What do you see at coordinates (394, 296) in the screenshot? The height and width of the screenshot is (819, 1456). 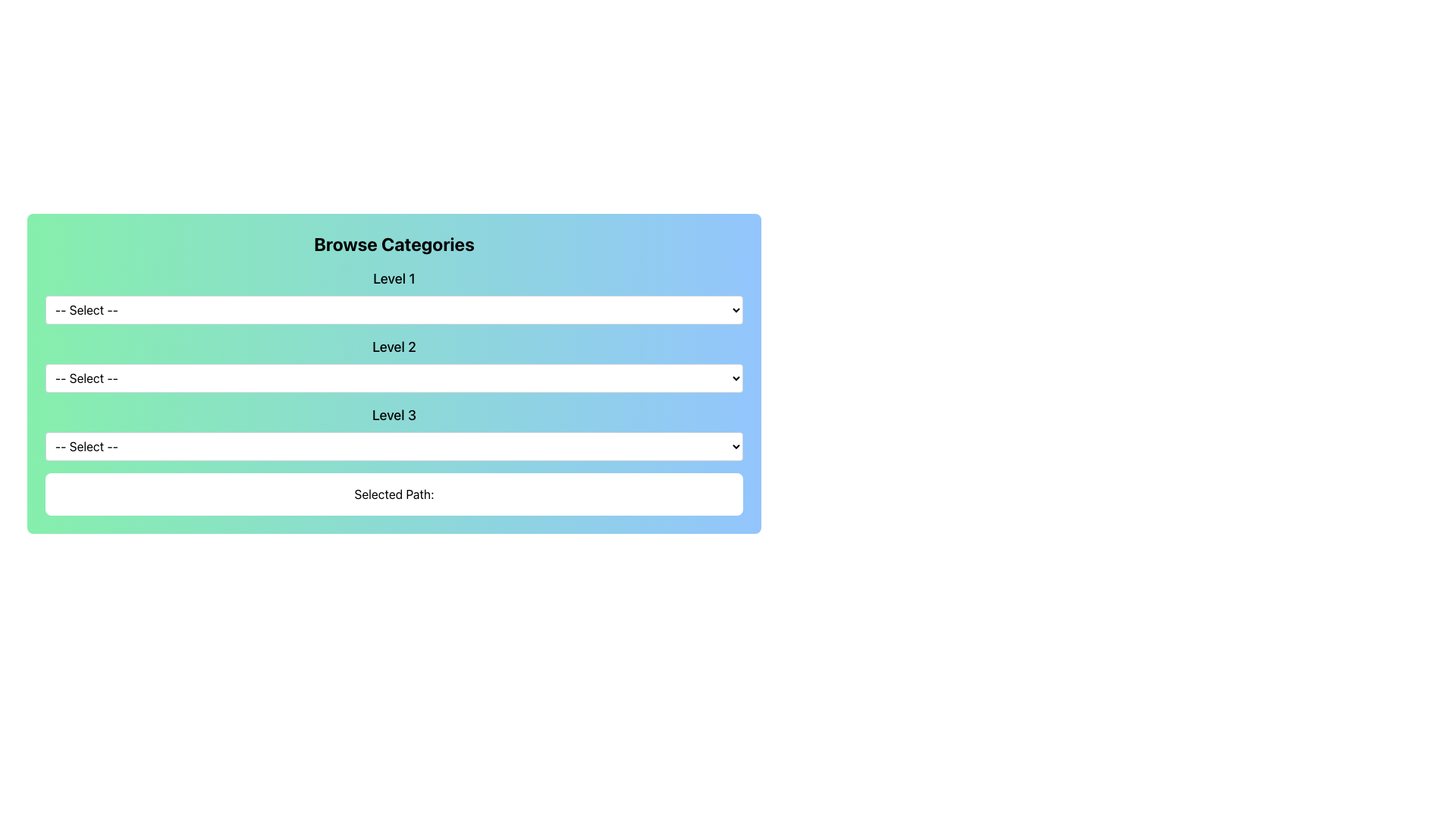 I see `the dropdown menu labeled 'Level 1'` at bounding box center [394, 296].